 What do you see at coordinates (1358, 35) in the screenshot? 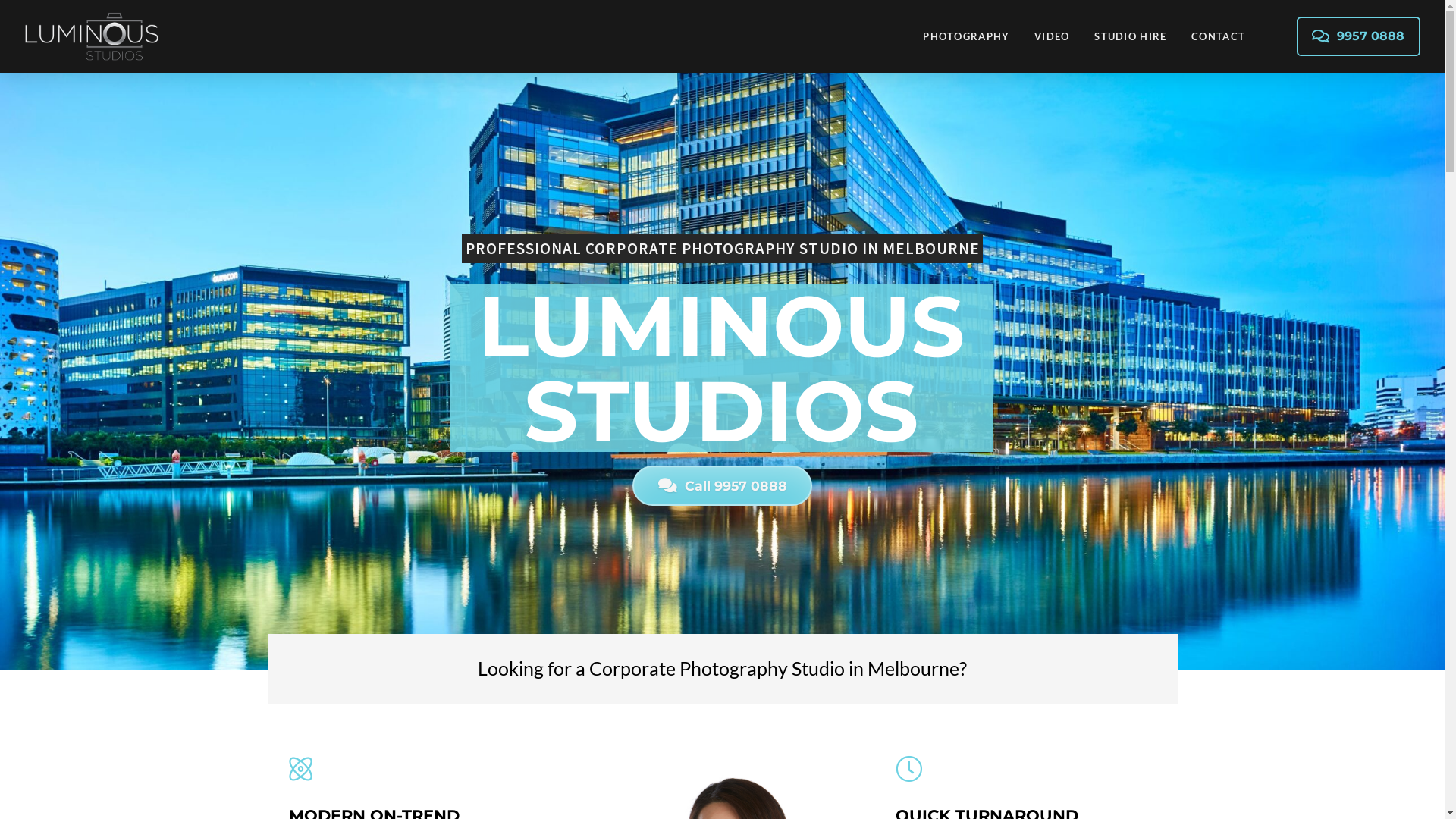
I see `'9957 0888'` at bounding box center [1358, 35].